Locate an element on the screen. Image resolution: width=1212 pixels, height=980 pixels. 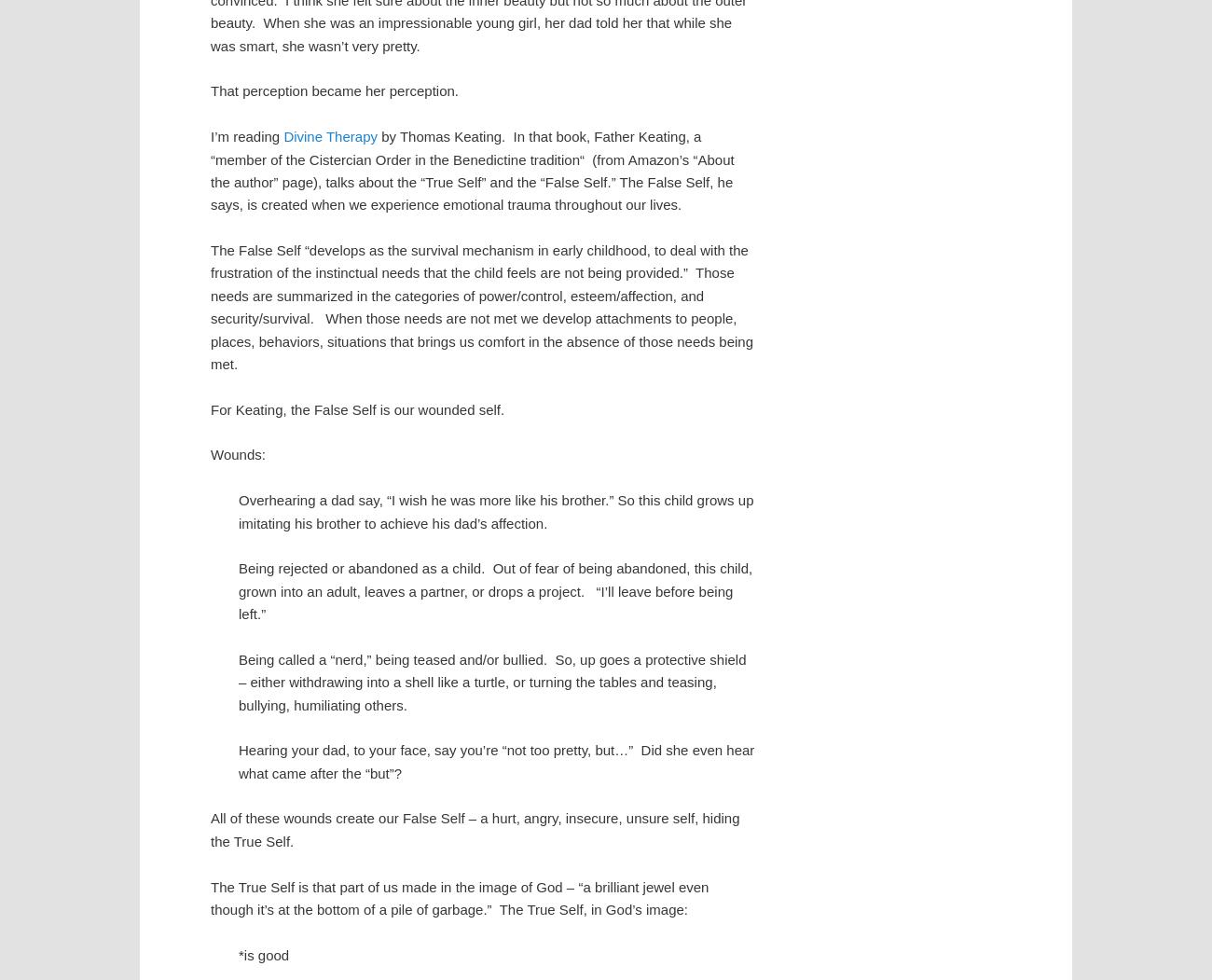
'Overhearing a dad say, “I wish he was more like his brother.” So this child grows up imitating his brother to achieve his dad’s affection.' is located at coordinates (495, 510).